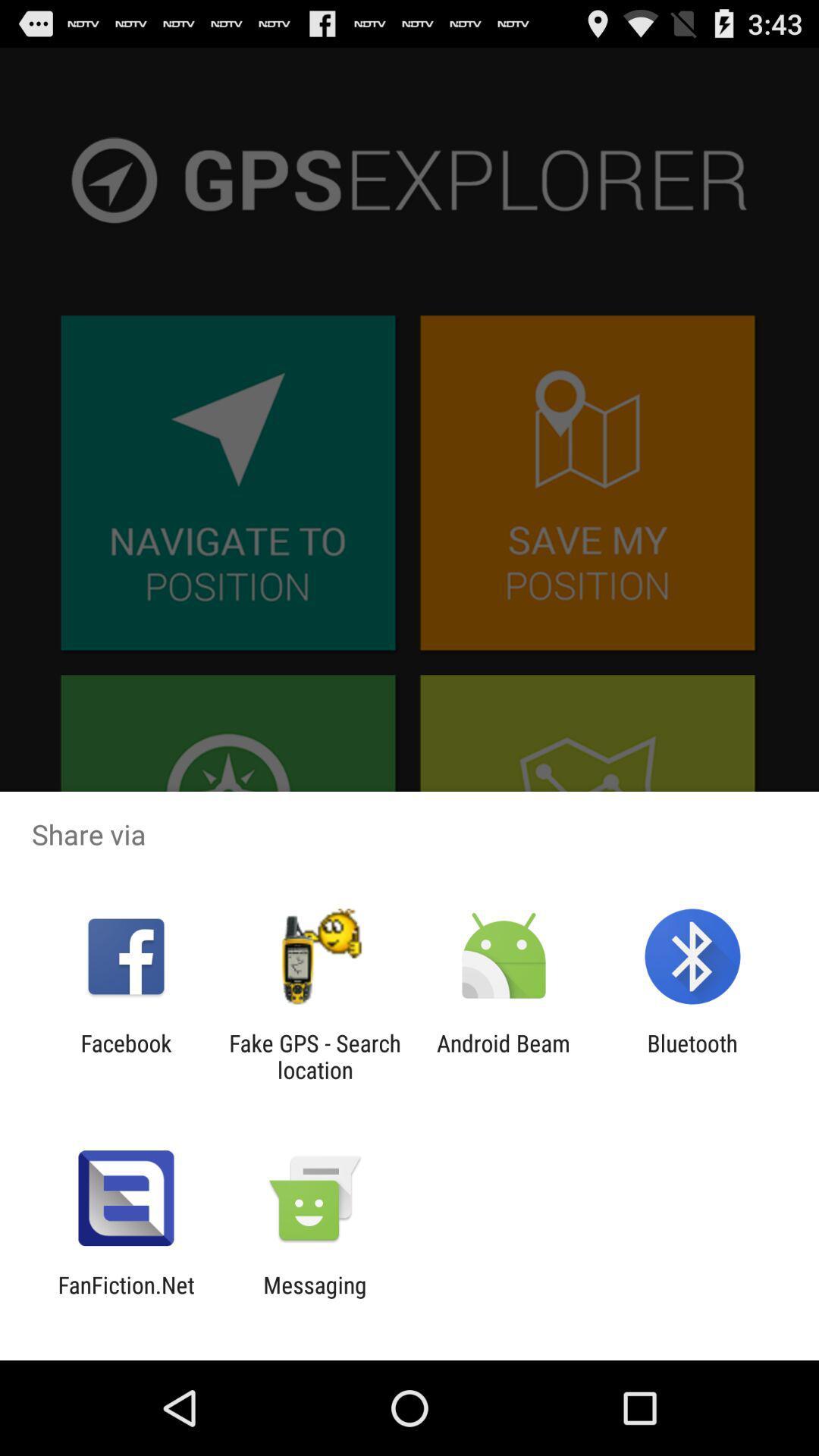 The image size is (819, 1456). Describe the element at coordinates (125, 1056) in the screenshot. I see `the facebook icon` at that location.